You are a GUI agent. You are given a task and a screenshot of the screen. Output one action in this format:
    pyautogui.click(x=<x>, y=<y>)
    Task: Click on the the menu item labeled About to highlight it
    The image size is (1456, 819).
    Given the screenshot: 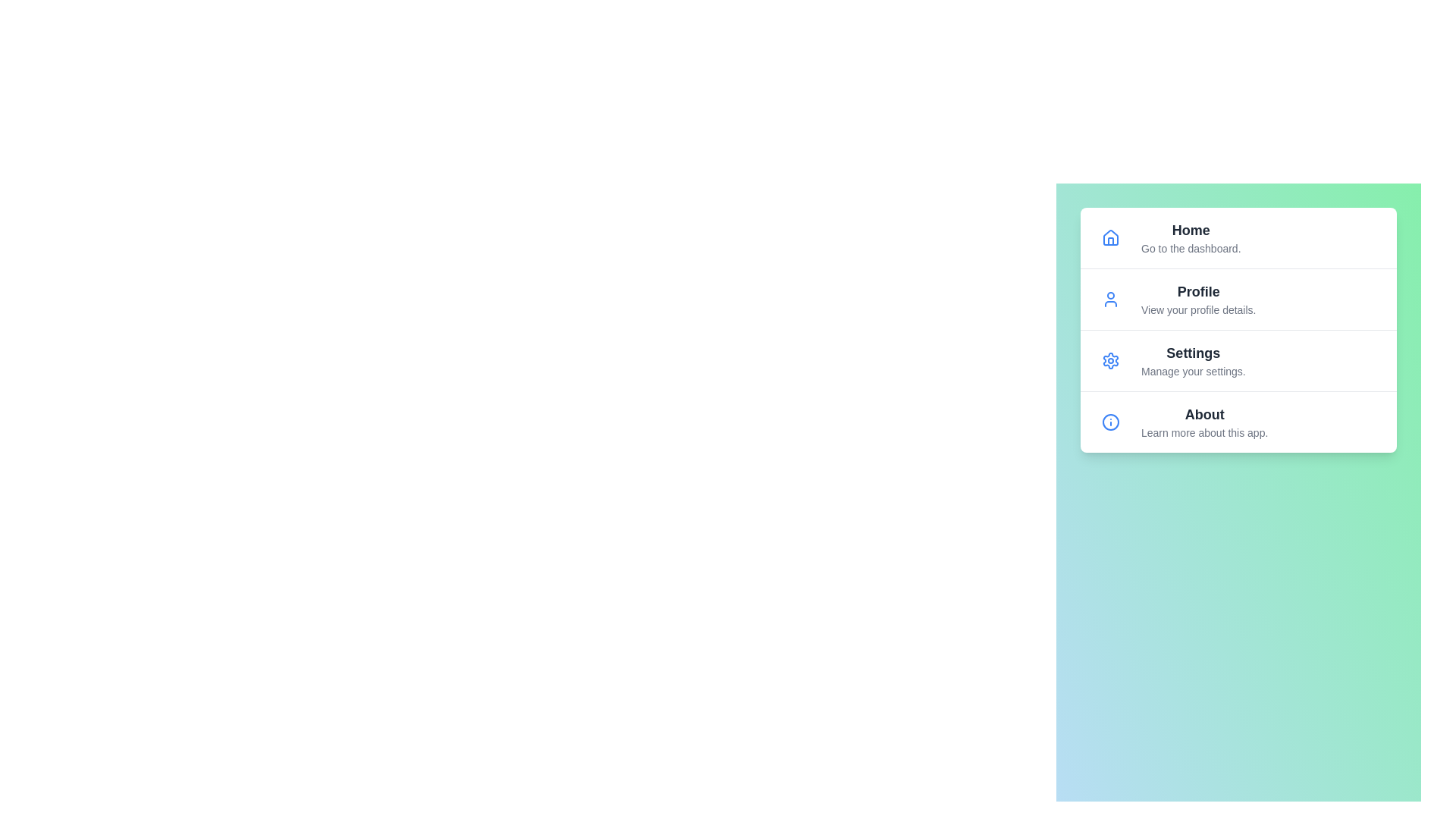 What is the action you would take?
    pyautogui.click(x=1238, y=422)
    